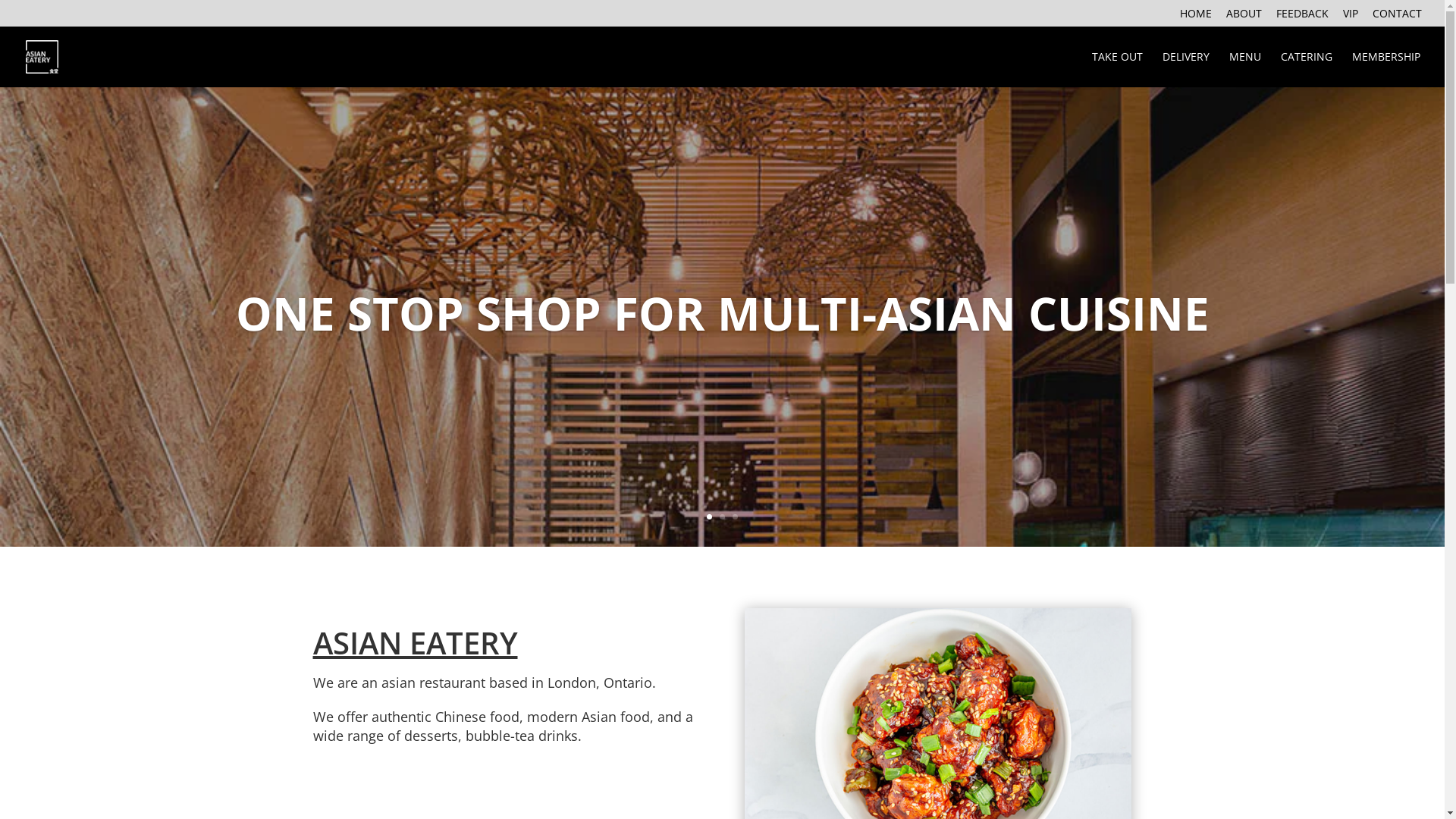 The image size is (1456, 819). What do you see at coordinates (1306, 69) in the screenshot?
I see `'CATERING'` at bounding box center [1306, 69].